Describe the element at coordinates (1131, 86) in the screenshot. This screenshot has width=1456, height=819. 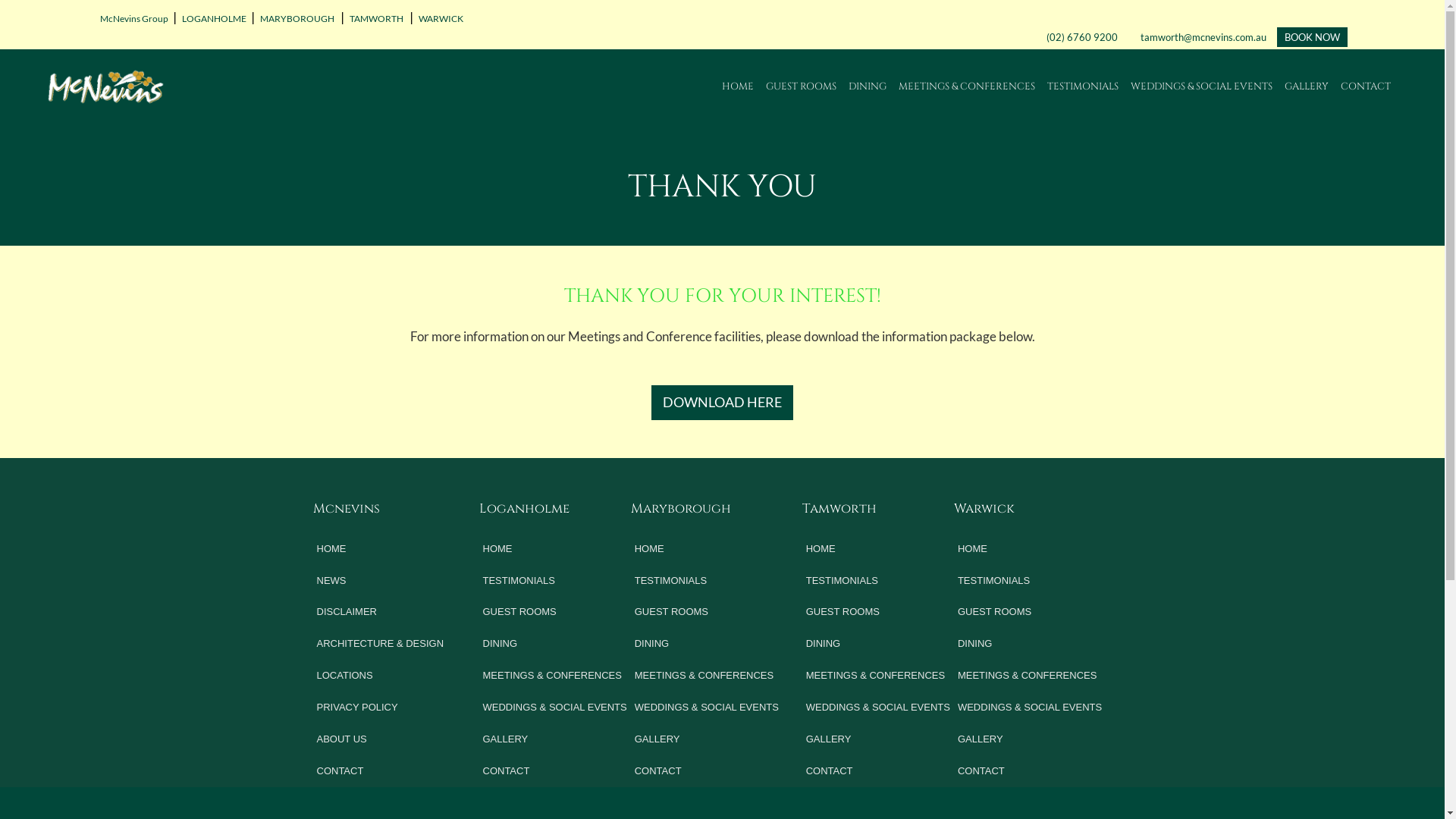
I see `'WEDDINGS & SOCIAL EVENTS'` at that location.